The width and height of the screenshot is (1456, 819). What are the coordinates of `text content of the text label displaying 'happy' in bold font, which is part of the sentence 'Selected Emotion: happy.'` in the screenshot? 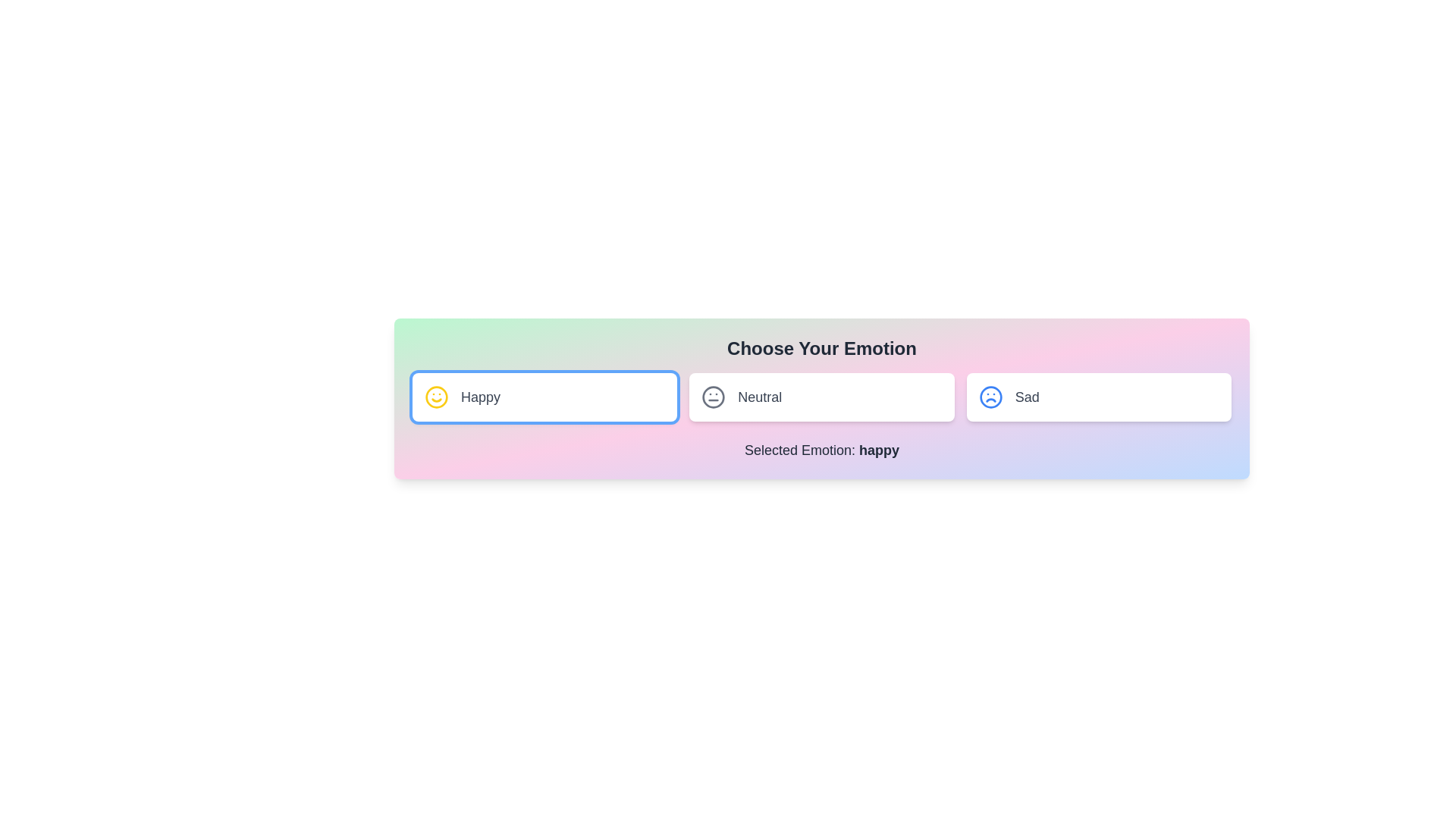 It's located at (879, 450).